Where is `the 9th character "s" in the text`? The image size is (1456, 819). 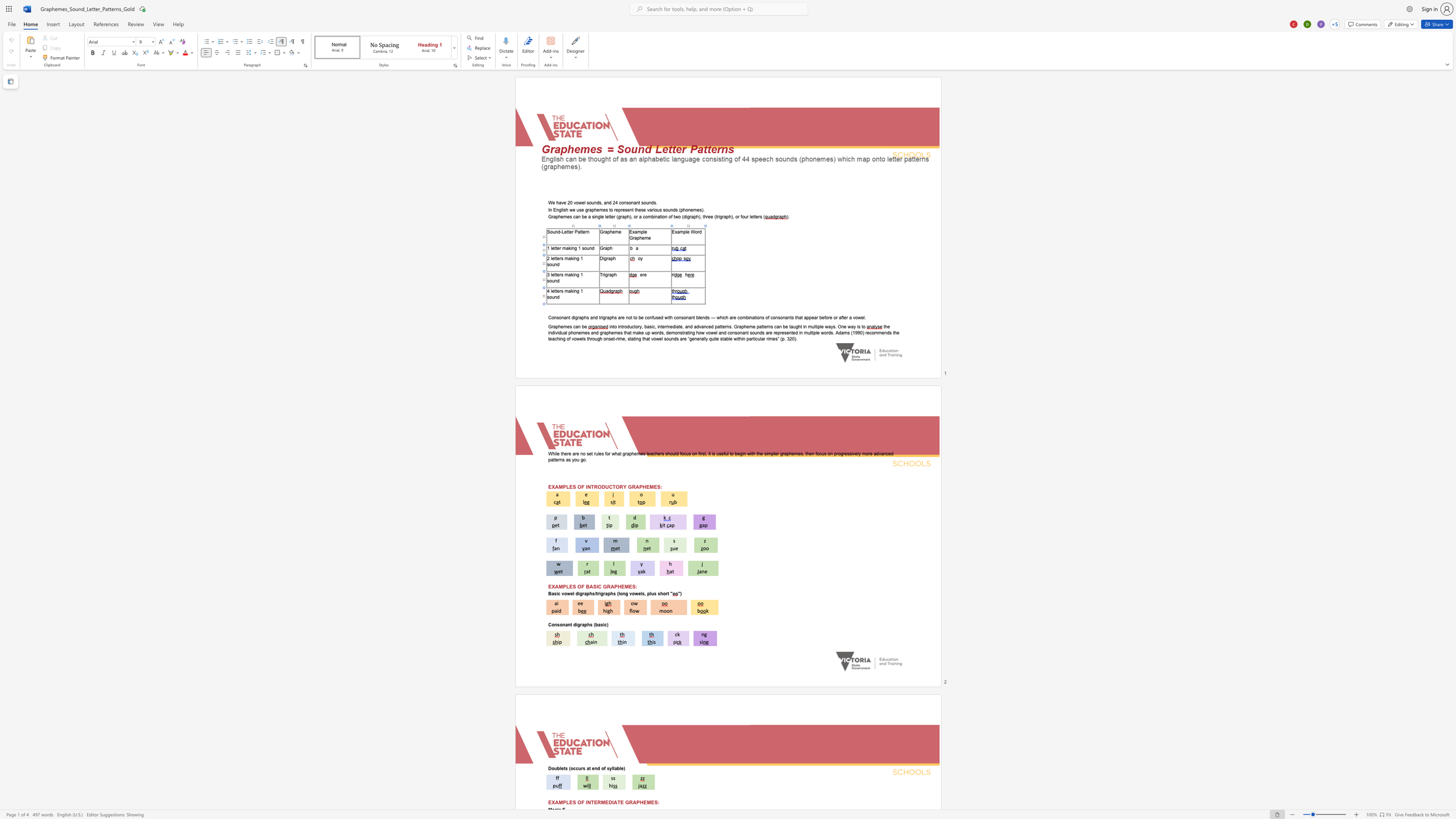 the 9th character "s" in the text is located at coordinates (720, 453).